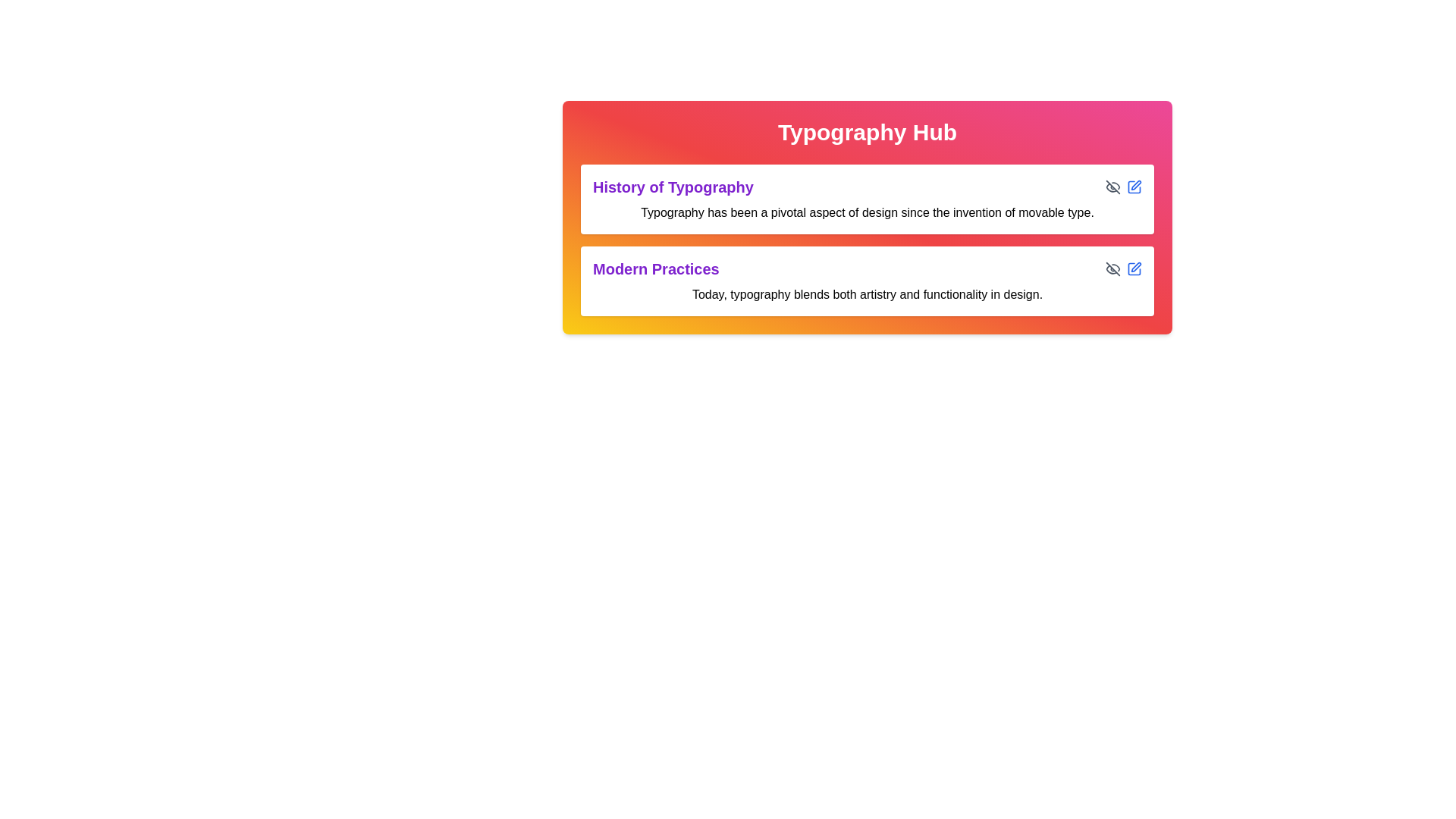 The width and height of the screenshot is (1456, 819). What do you see at coordinates (1134, 186) in the screenshot?
I see `the edit button icon for the 'History of Typography' section` at bounding box center [1134, 186].